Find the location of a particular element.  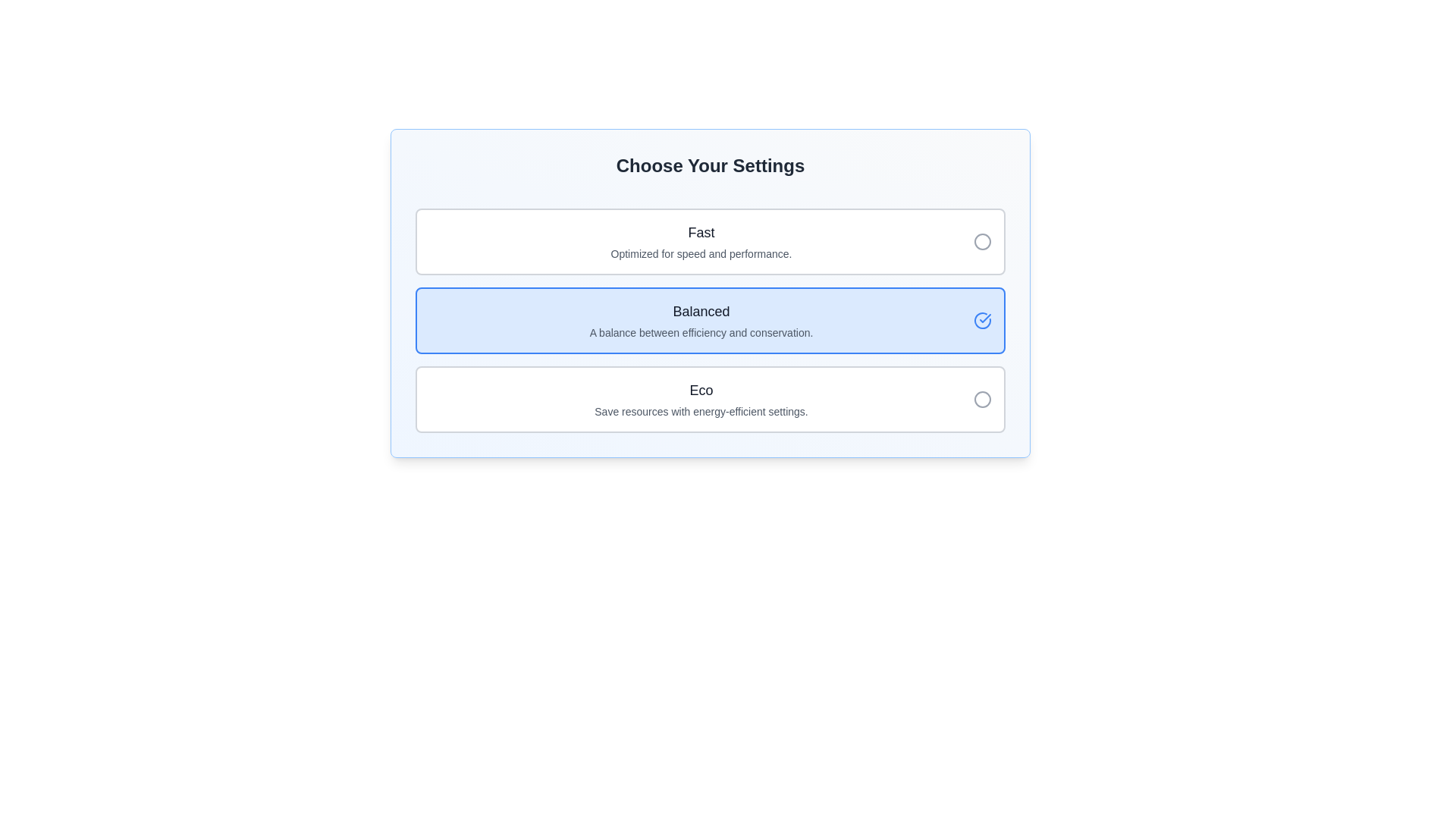

the circular radio button with a gray border located is located at coordinates (983, 399).